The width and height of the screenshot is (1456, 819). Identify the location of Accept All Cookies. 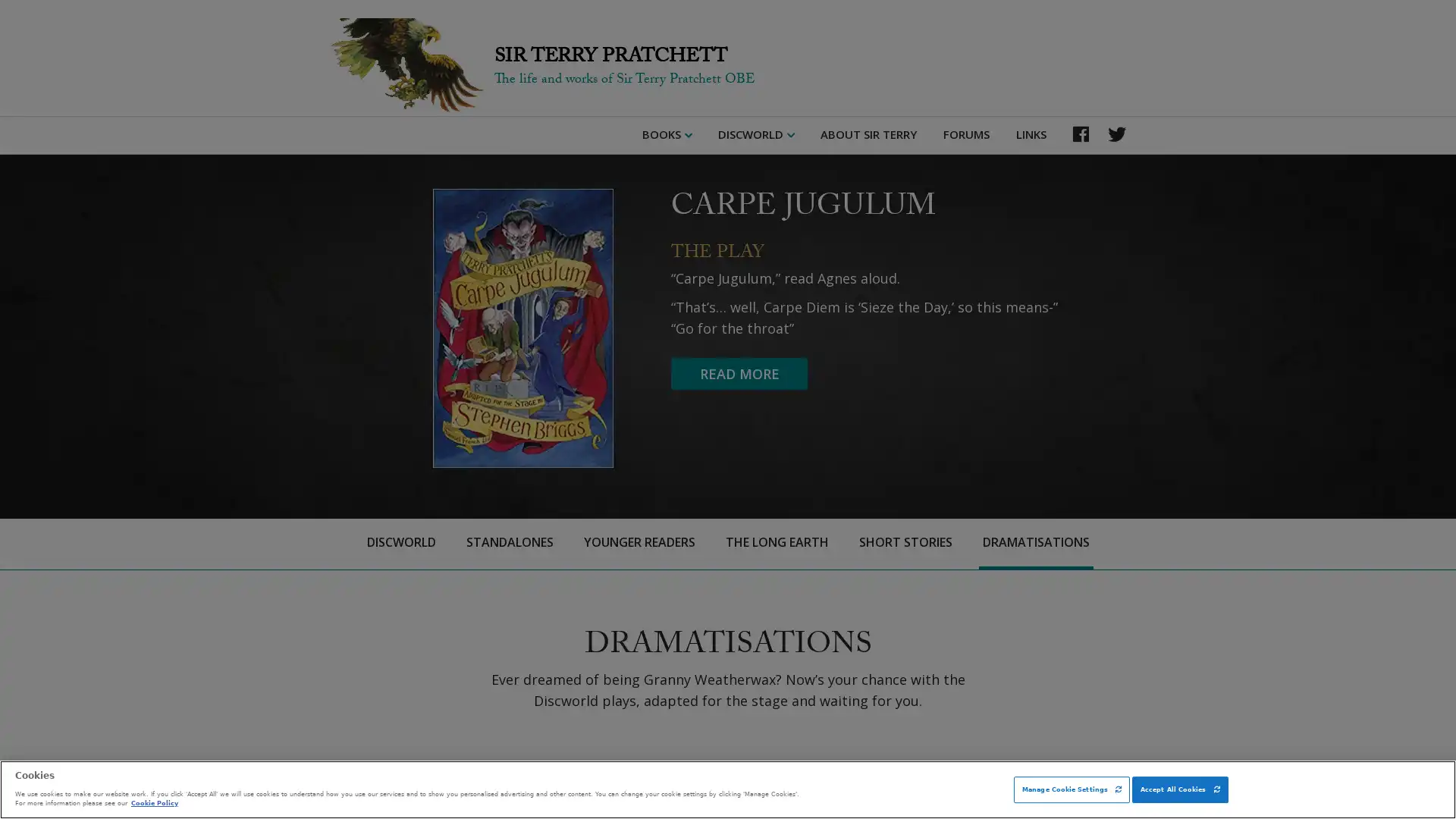
(1178, 789).